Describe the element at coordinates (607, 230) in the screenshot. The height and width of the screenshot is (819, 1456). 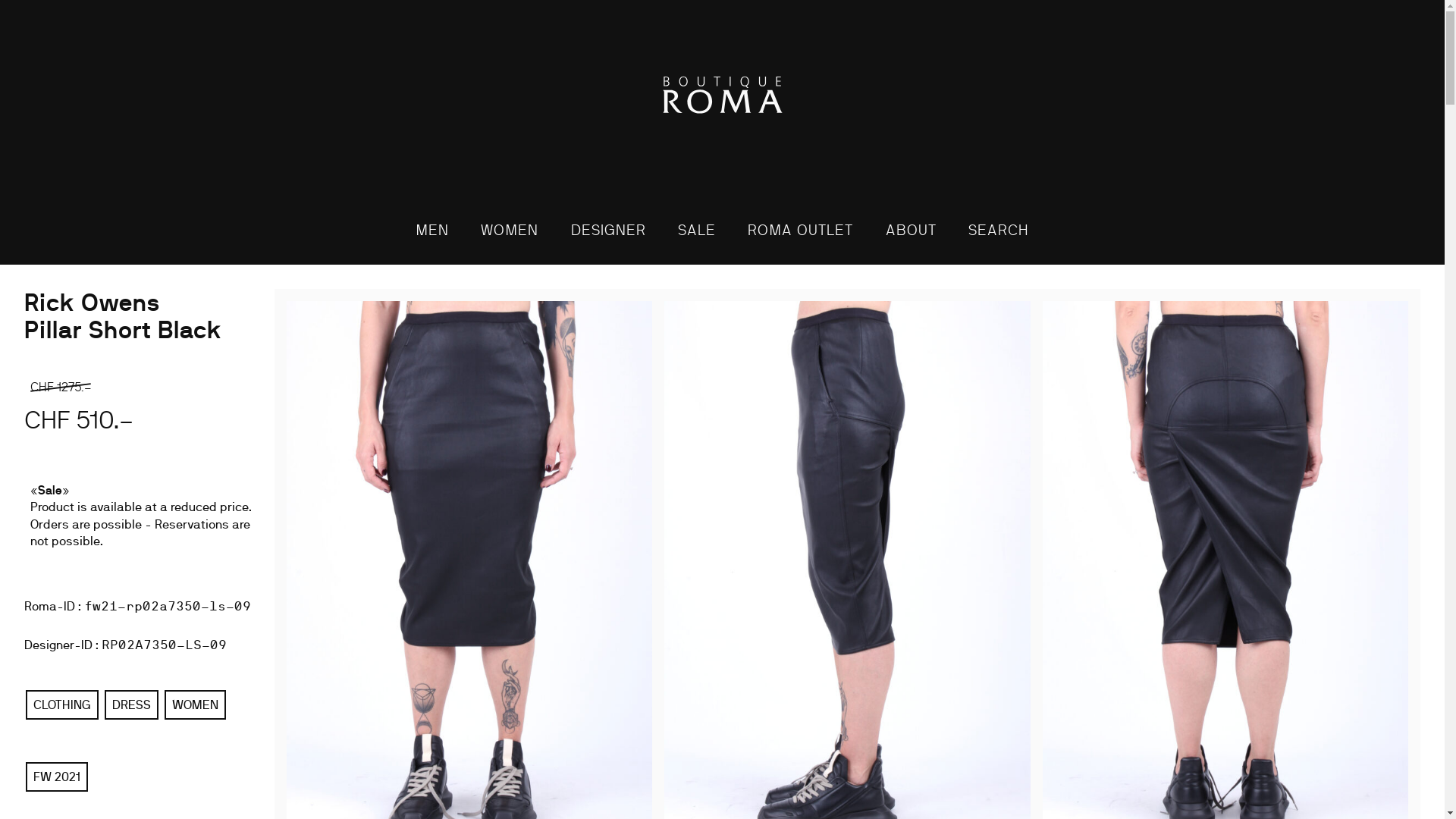
I see `'DESIGNER'` at that location.